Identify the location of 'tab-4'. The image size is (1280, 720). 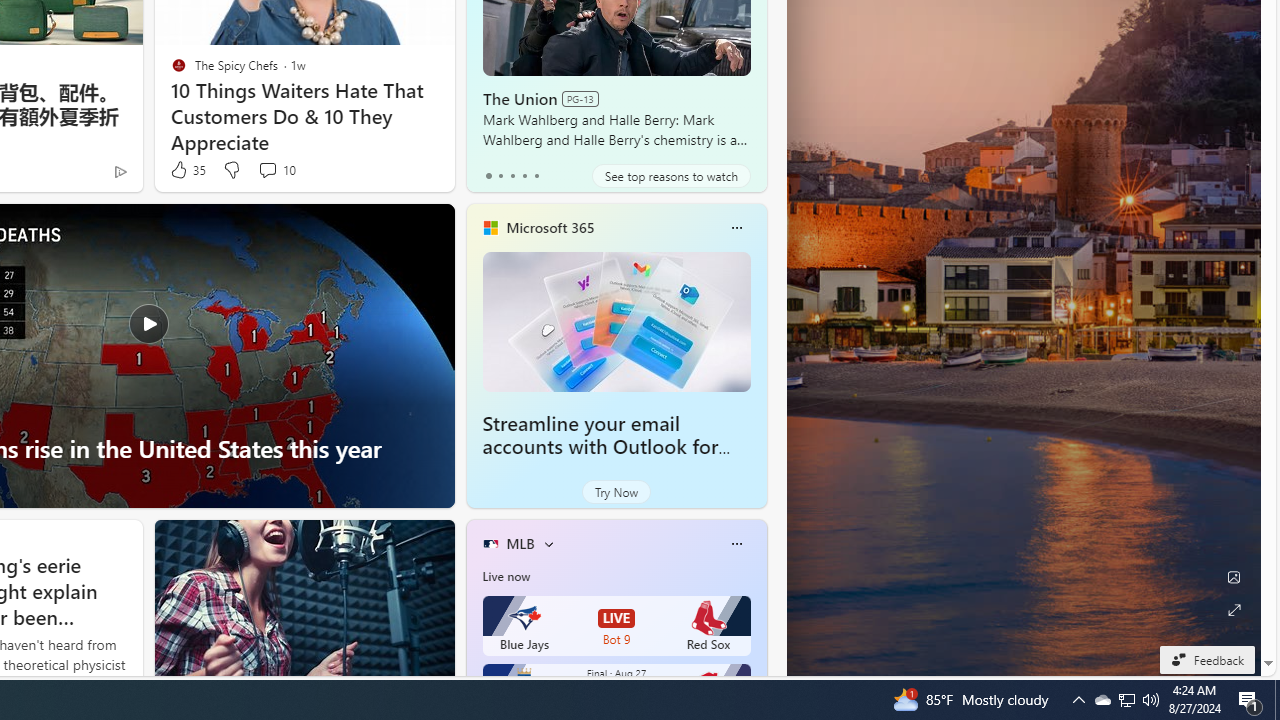
(536, 175).